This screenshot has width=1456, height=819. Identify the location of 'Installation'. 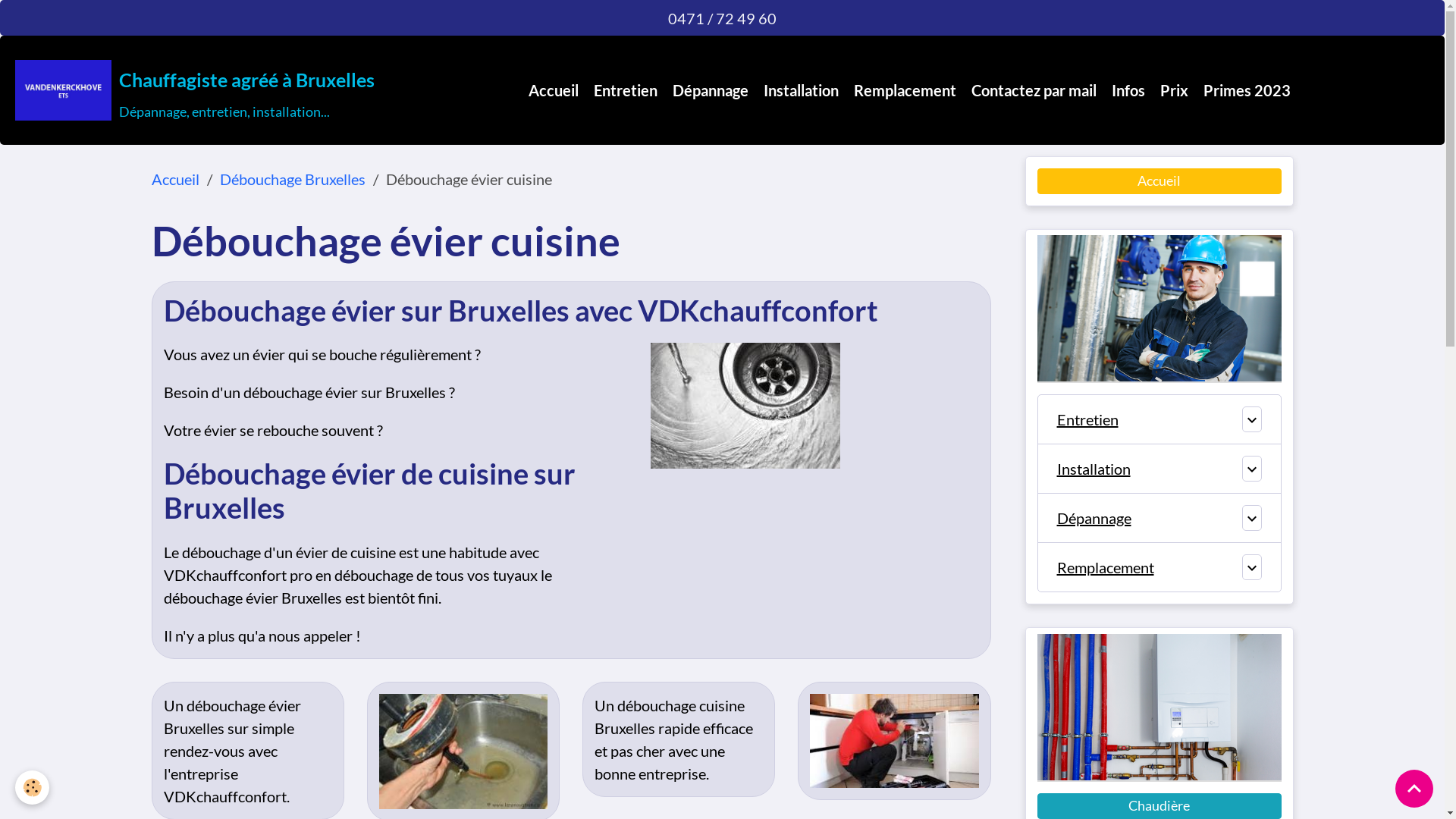
(1146, 467).